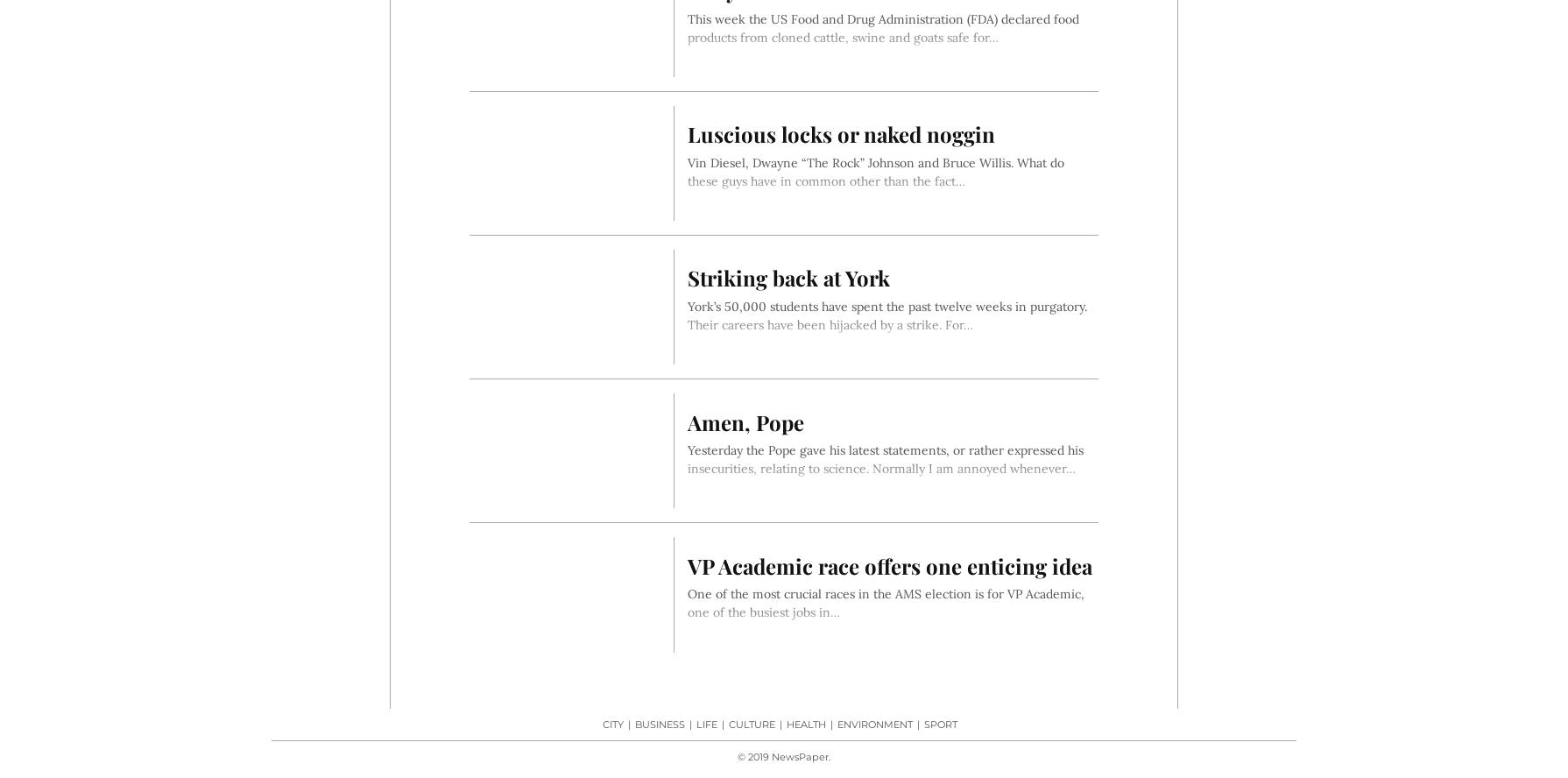 This screenshot has height=778, width=1568. Describe the element at coordinates (611, 724) in the screenshot. I see `'City'` at that location.